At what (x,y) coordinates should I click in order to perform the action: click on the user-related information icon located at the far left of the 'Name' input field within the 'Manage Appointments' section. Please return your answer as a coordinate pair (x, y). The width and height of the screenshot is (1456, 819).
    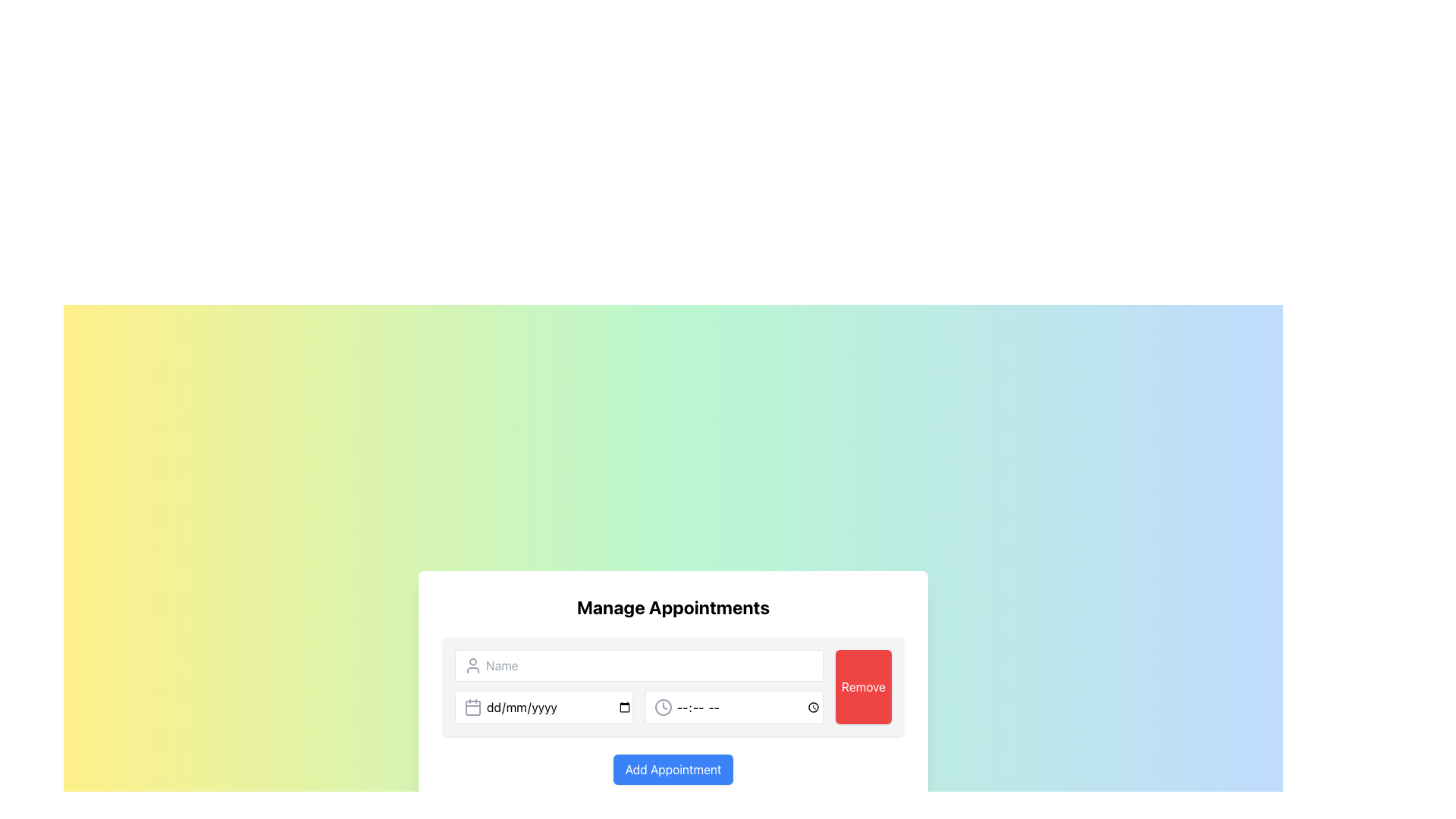
    Looking at the image, I should click on (472, 665).